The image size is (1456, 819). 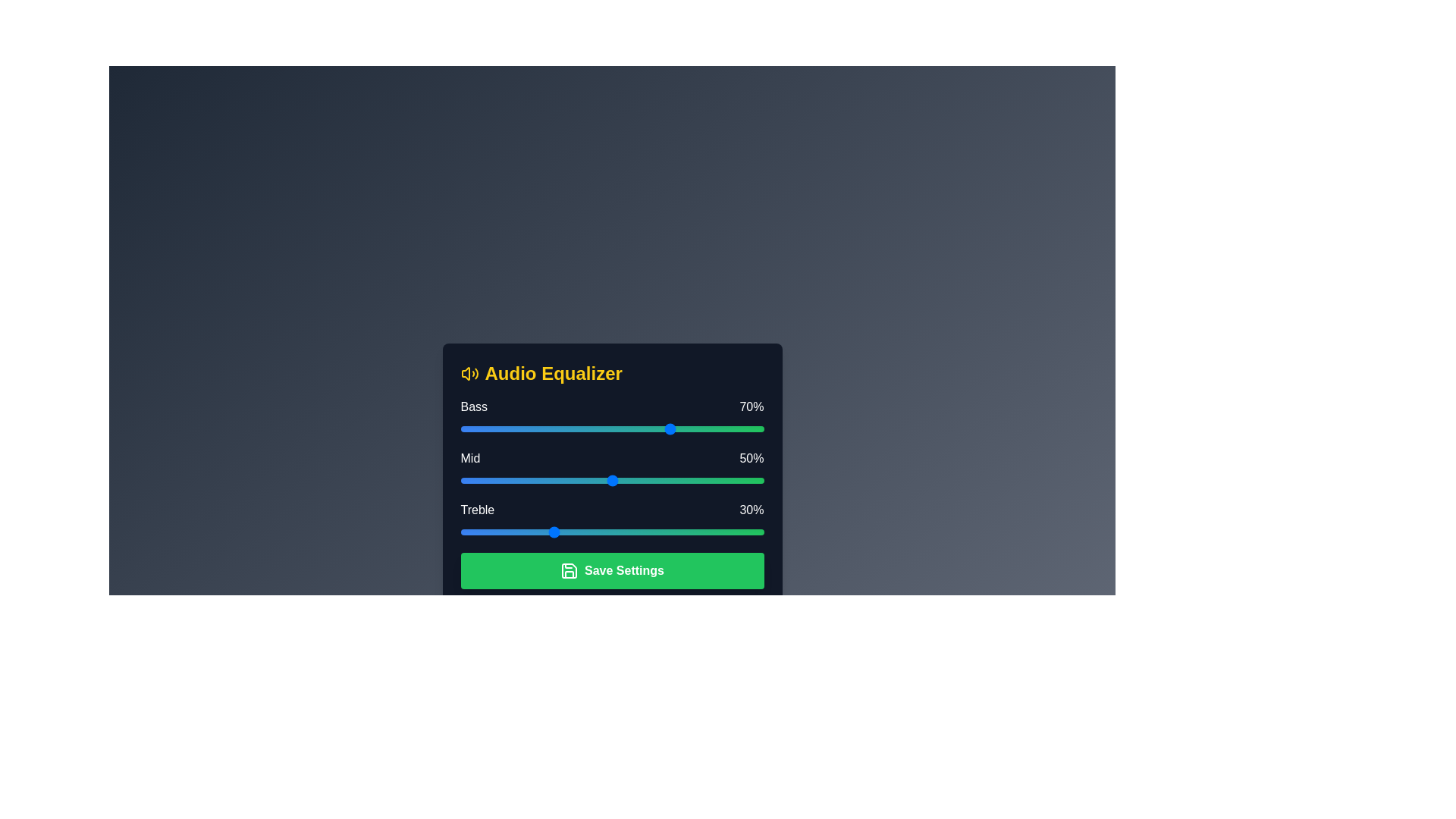 What do you see at coordinates (593, 429) in the screenshot?
I see `the 0 slider to 44% and observe the visual feedback` at bounding box center [593, 429].